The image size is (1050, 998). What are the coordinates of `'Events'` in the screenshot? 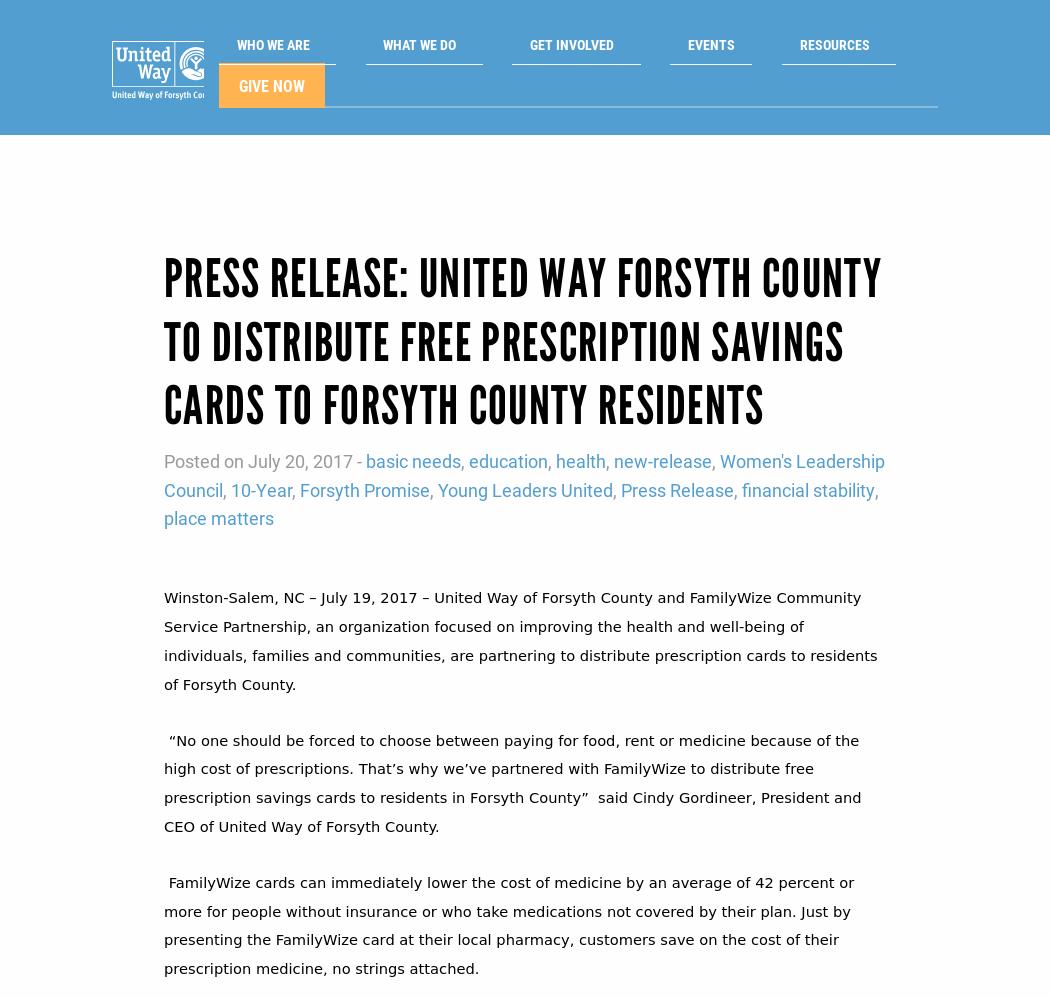 It's located at (685, 49).